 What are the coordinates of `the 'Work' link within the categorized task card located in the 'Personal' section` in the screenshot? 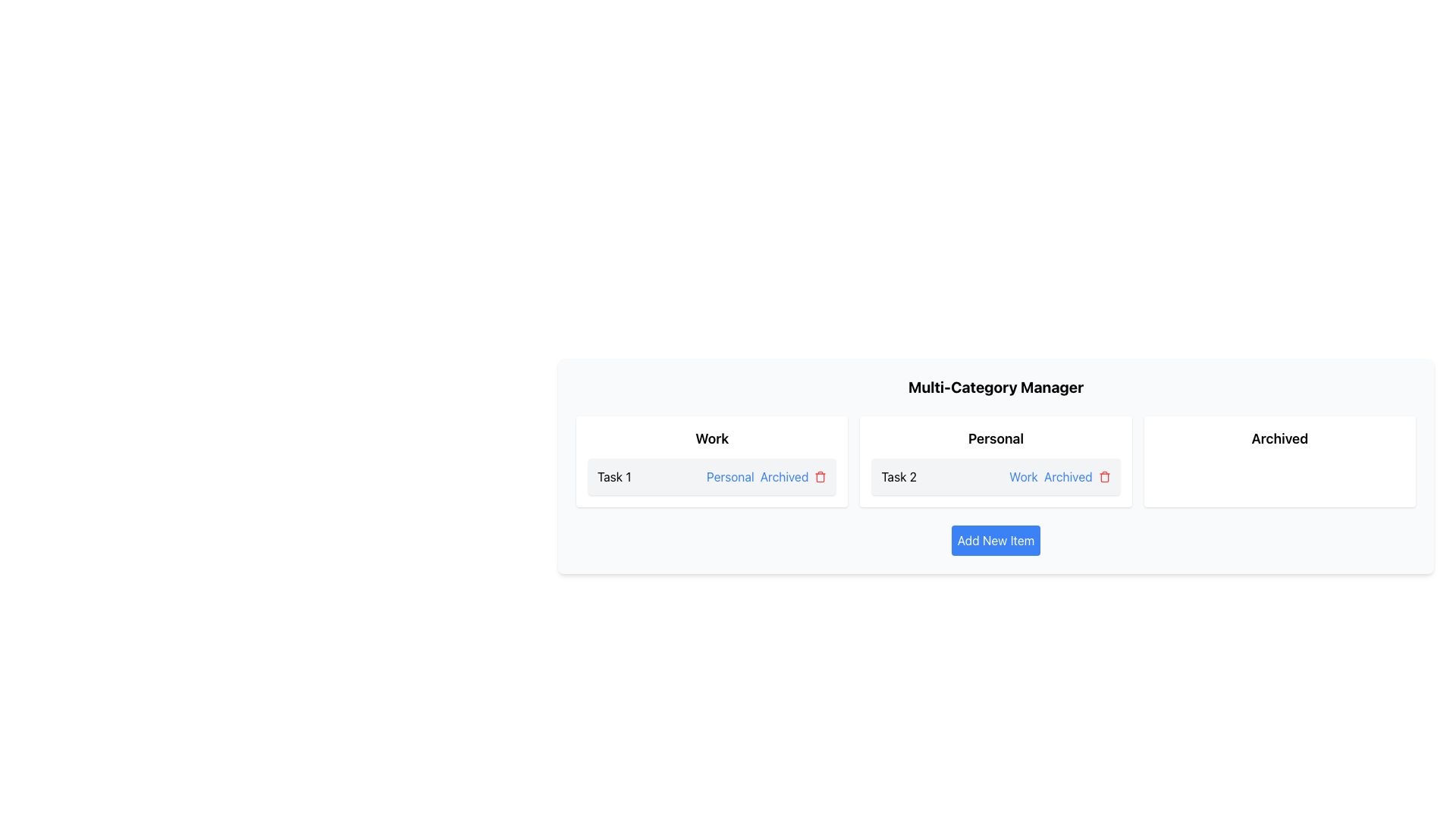 It's located at (996, 461).